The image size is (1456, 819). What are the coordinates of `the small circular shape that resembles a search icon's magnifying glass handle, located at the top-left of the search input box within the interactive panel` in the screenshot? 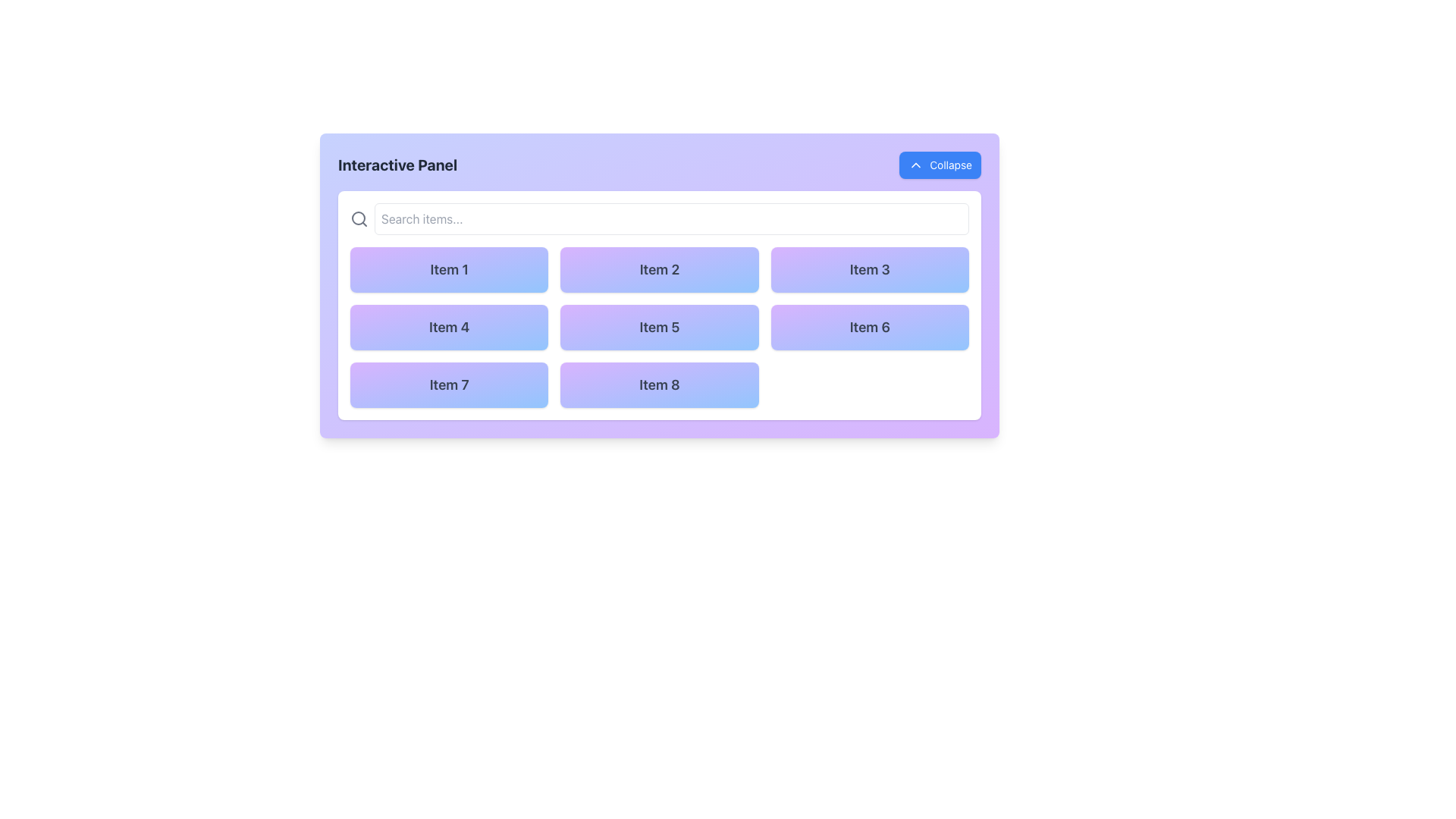 It's located at (358, 218).